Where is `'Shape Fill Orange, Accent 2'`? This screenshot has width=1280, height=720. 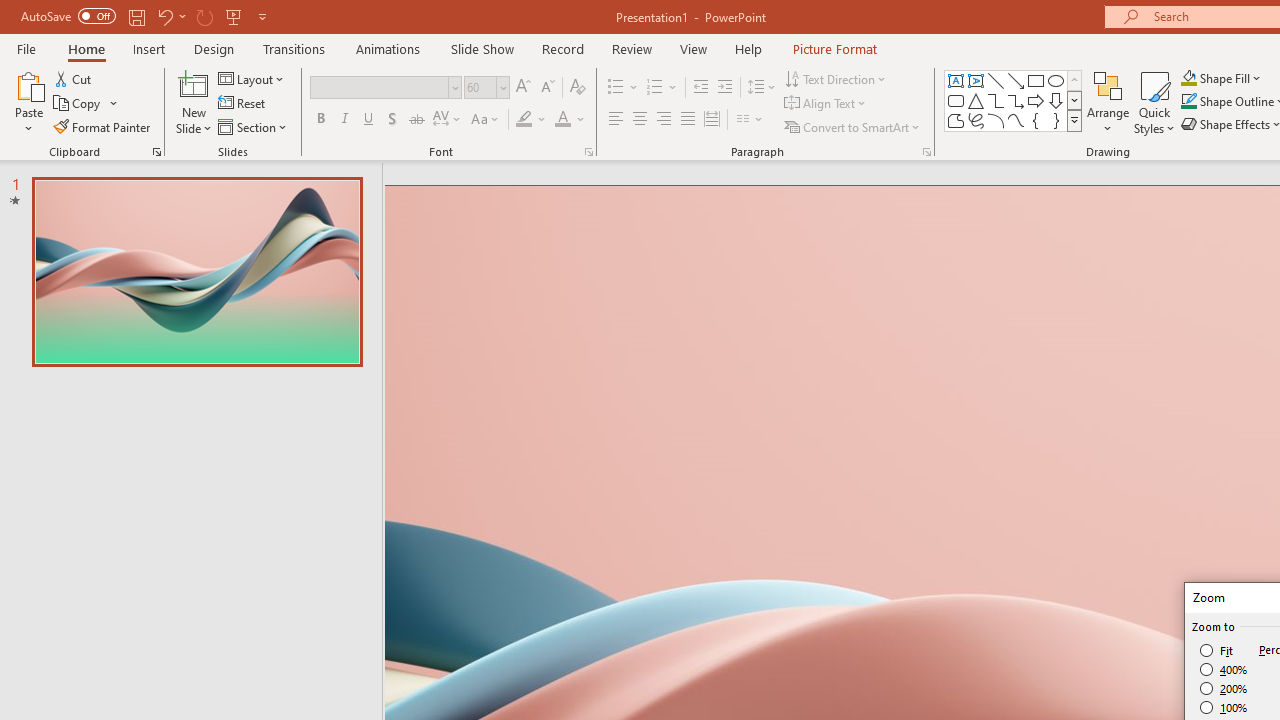
'Shape Fill Orange, Accent 2' is located at coordinates (1189, 77).